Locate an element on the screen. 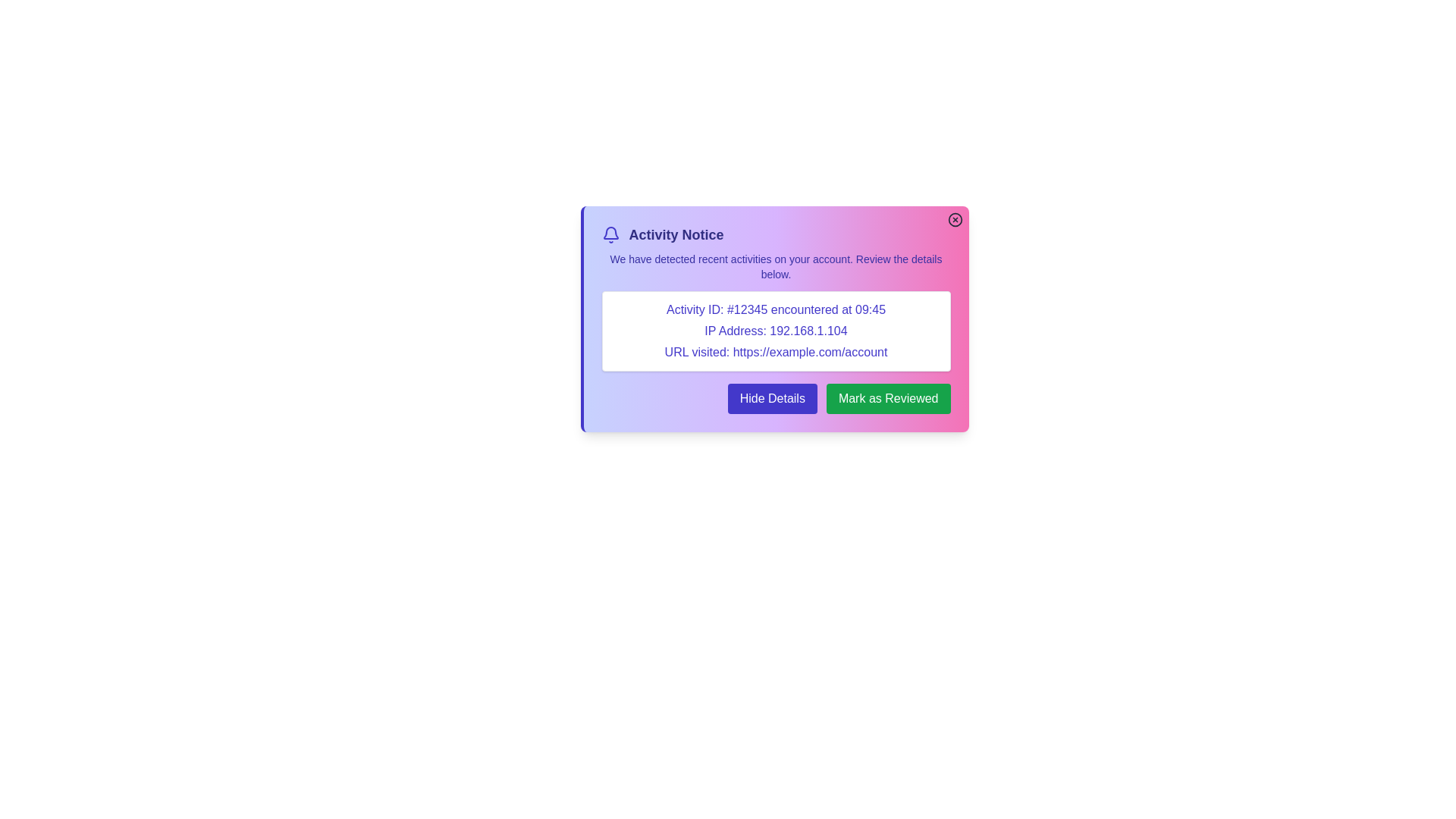  the close button in the top-right corner of the alert is located at coordinates (954, 219).